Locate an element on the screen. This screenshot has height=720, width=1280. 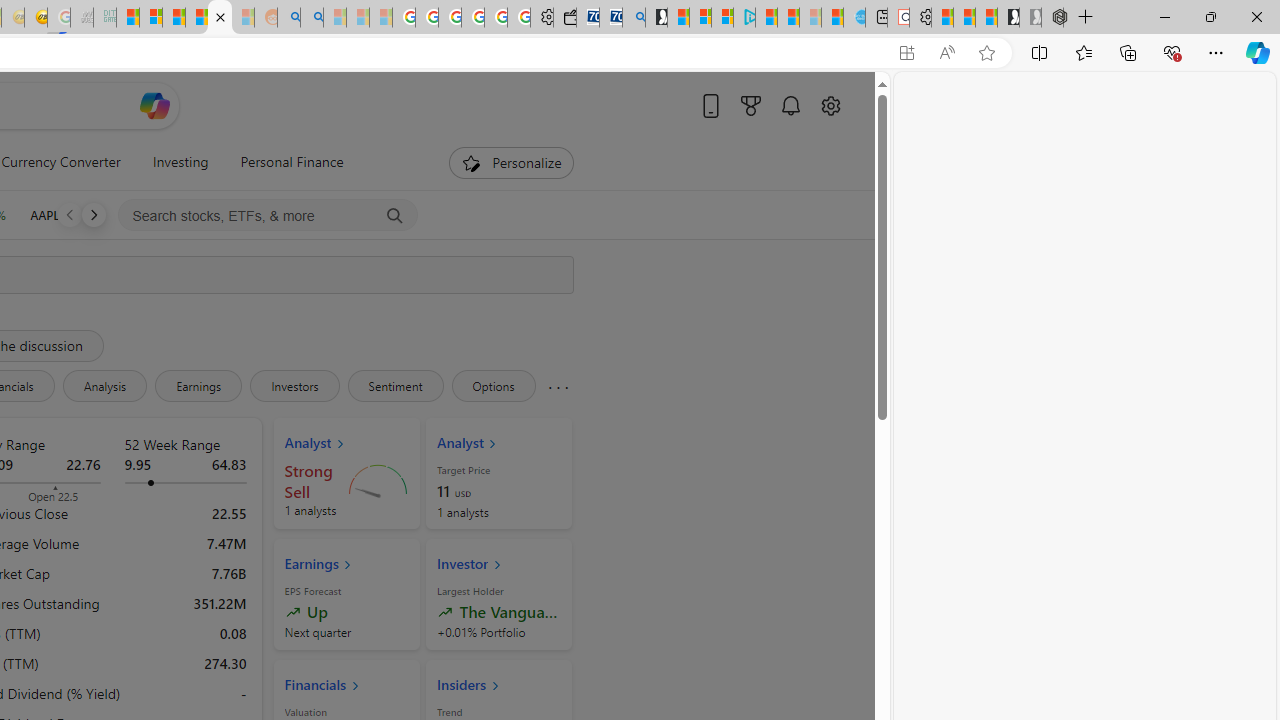
'Earnings' is located at coordinates (199, 385).